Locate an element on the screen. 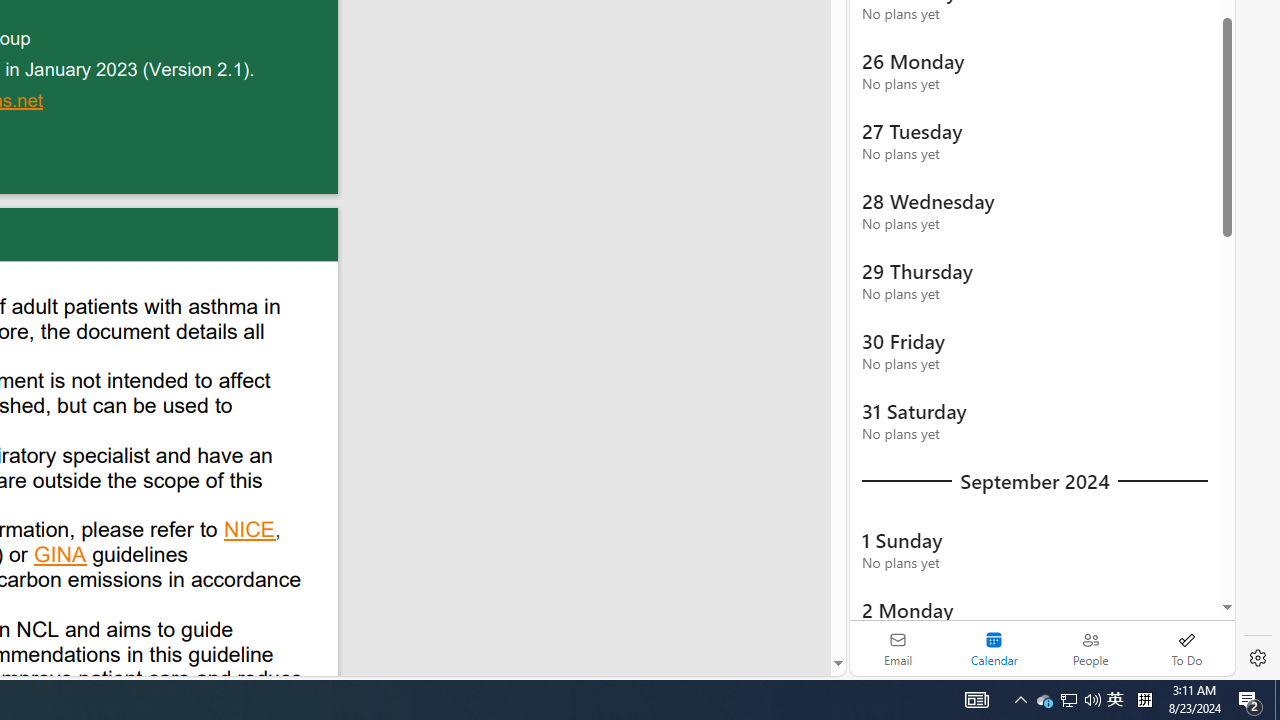 This screenshot has height=720, width=1280. 'GINA ' is located at coordinates (61, 557).